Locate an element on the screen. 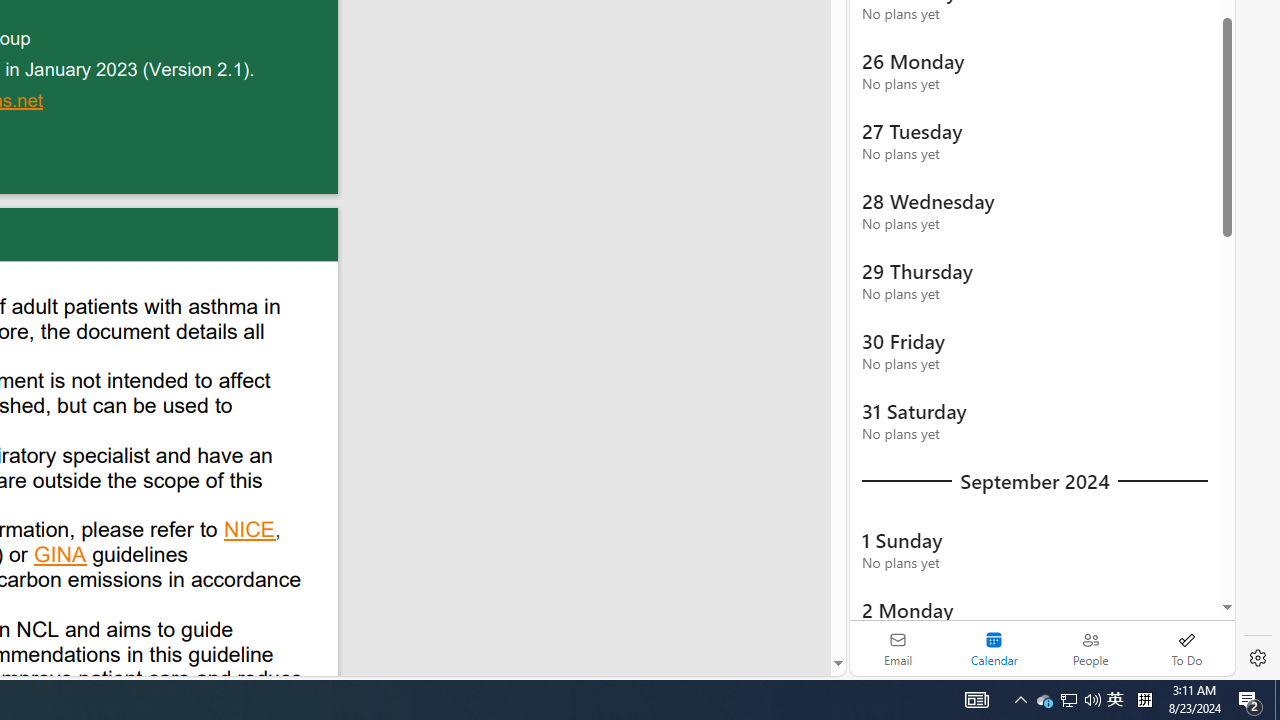 This screenshot has height=720, width=1280. 'GINA ' is located at coordinates (61, 557).